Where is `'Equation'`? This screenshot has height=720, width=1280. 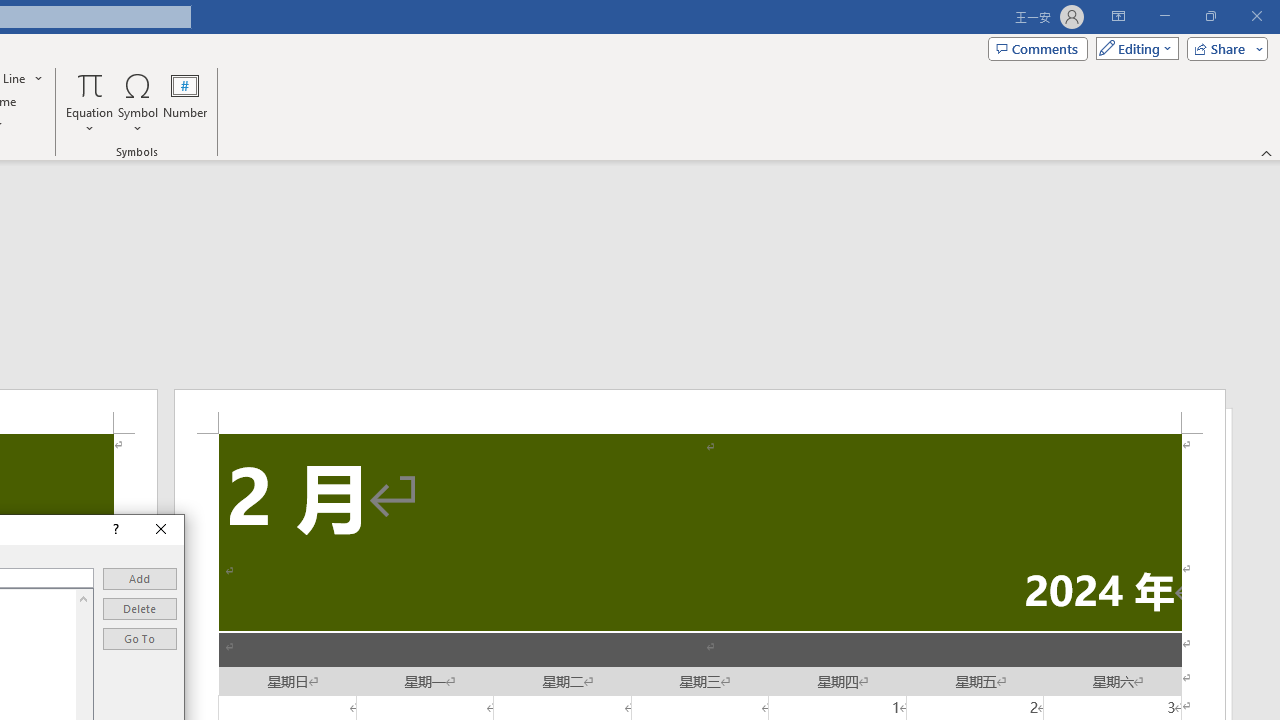 'Equation' is located at coordinates (89, 84).